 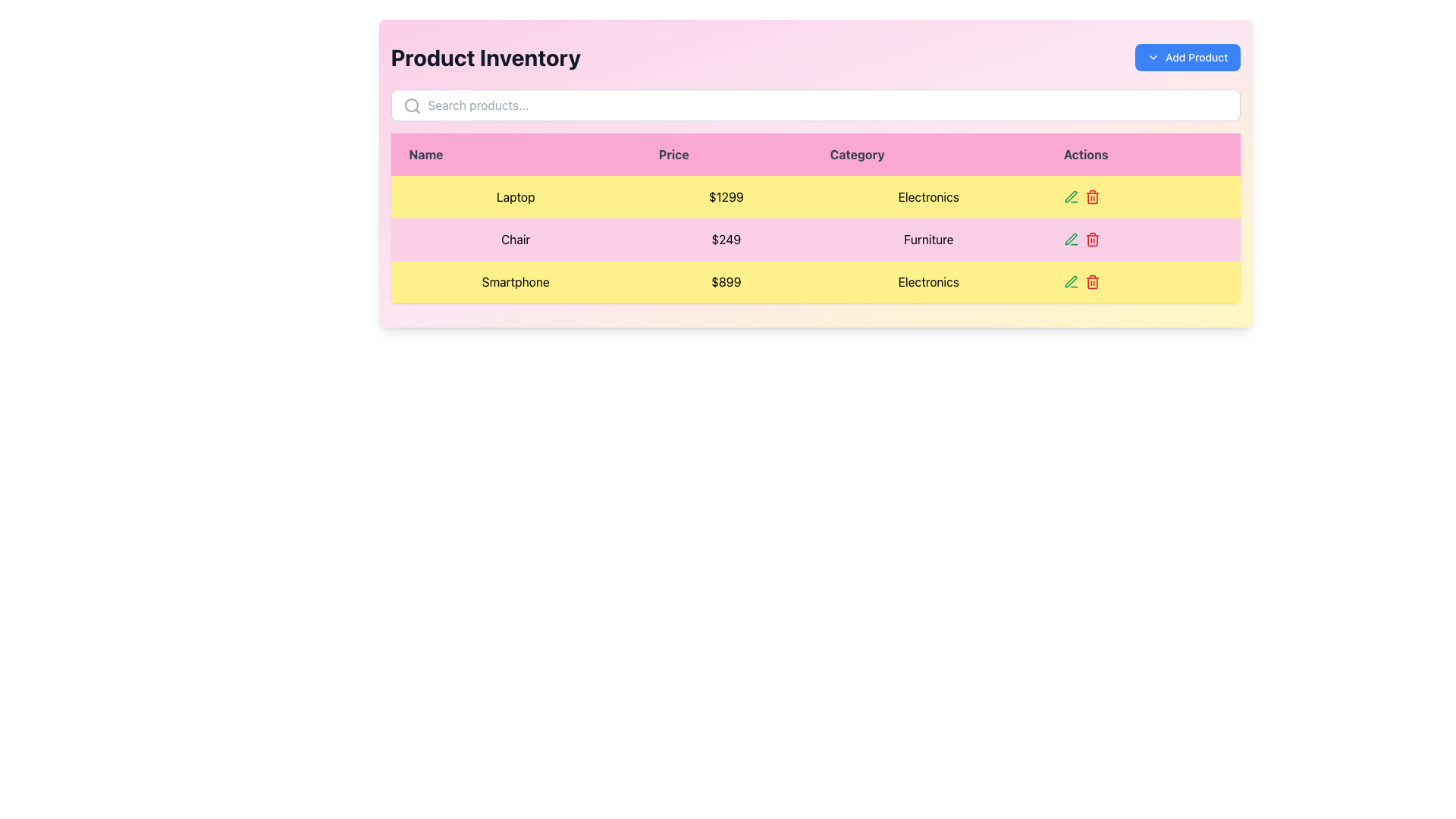 What do you see at coordinates (1070, 196) in the screenshot?
I see `the 'edit' button in the first row of the table under the 'Actions' column` at bounding box center [1070, 196].